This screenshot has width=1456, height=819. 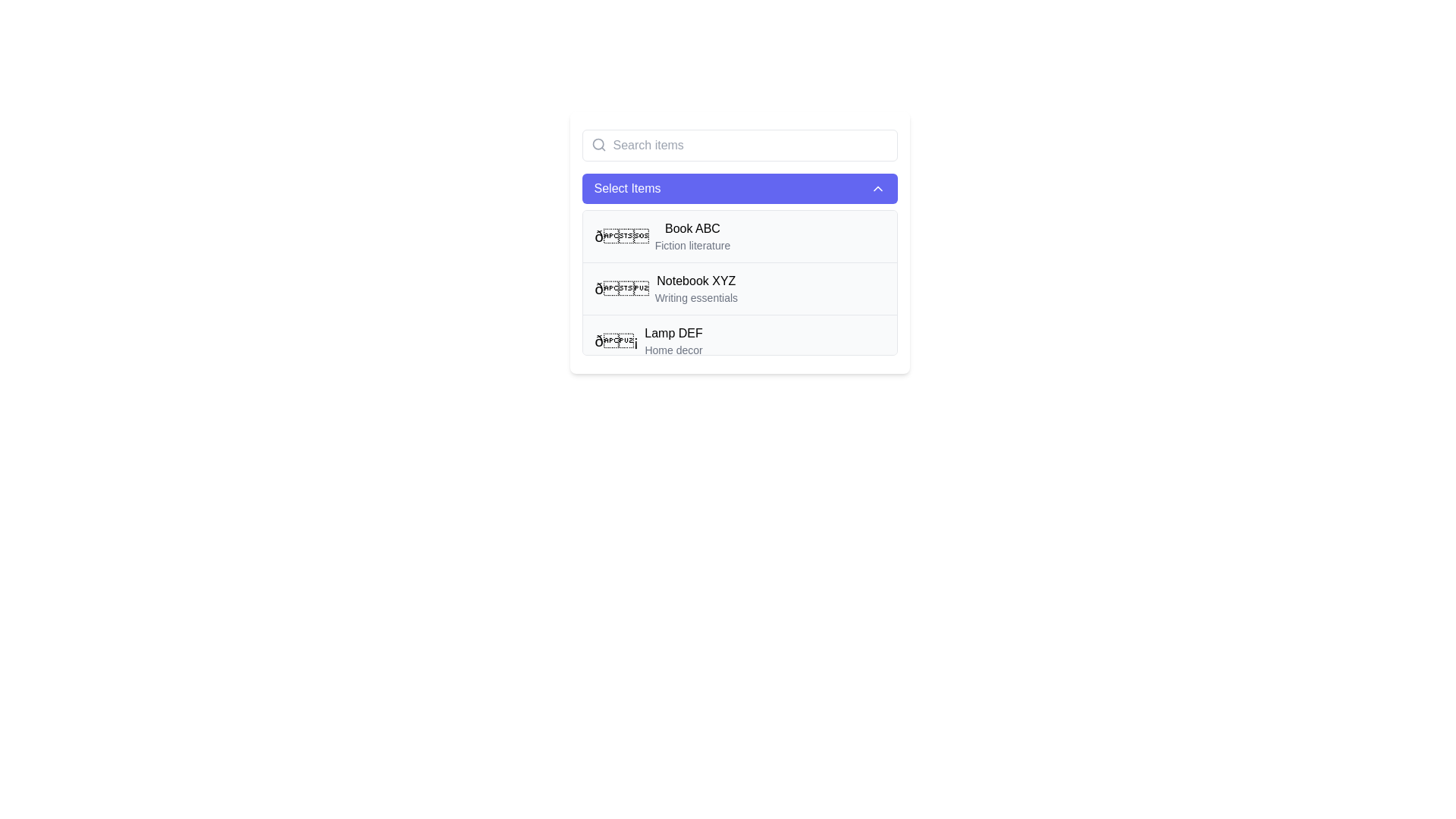 I want to click on to select the 'Lamp DEF' text block located in the third entry of the vertical list, which includes an emoji icon to the left, so click(x=673, y=341).